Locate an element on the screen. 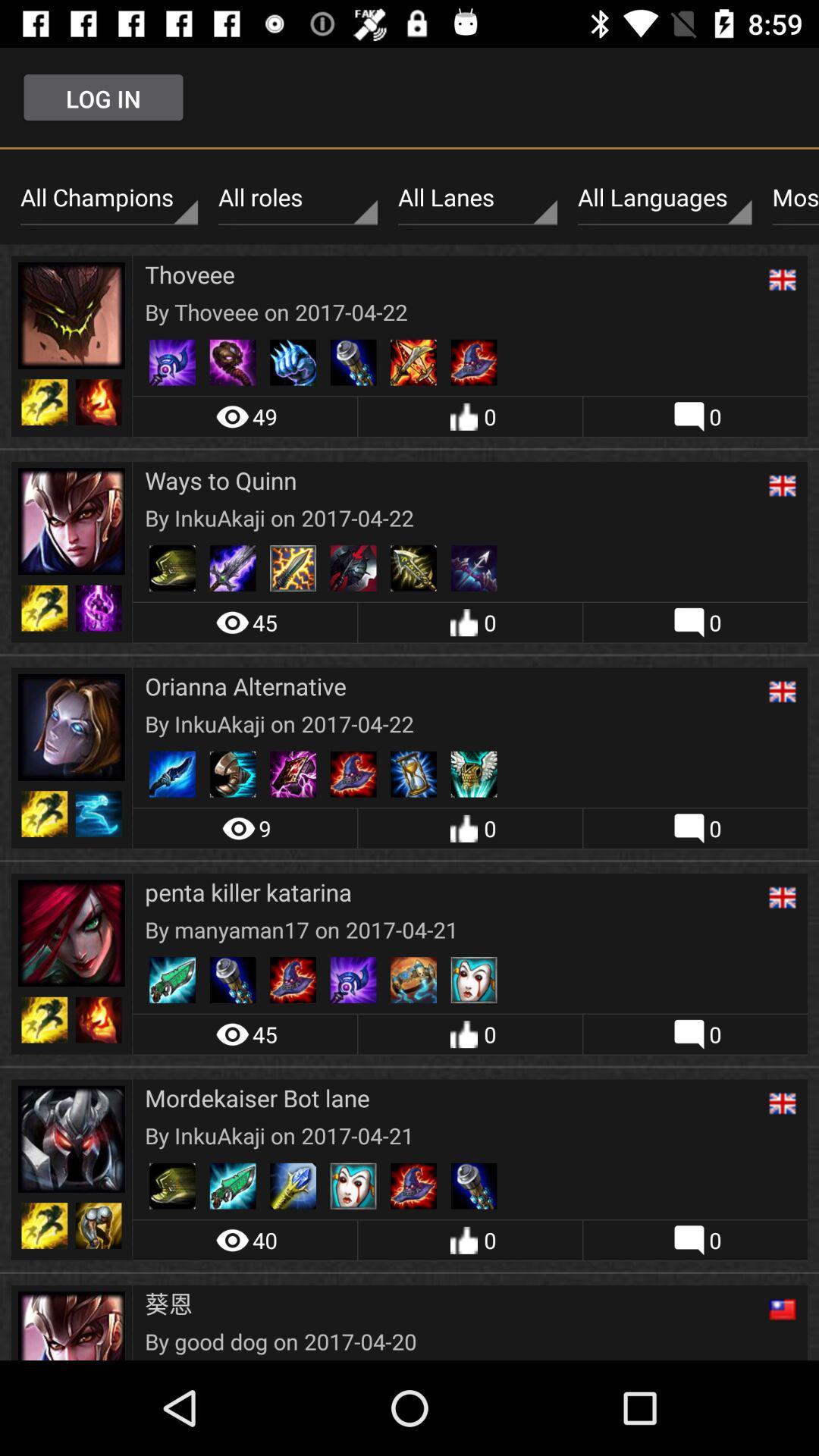  the icon to the right of the all roles icon is located at coordinates (476, 197).